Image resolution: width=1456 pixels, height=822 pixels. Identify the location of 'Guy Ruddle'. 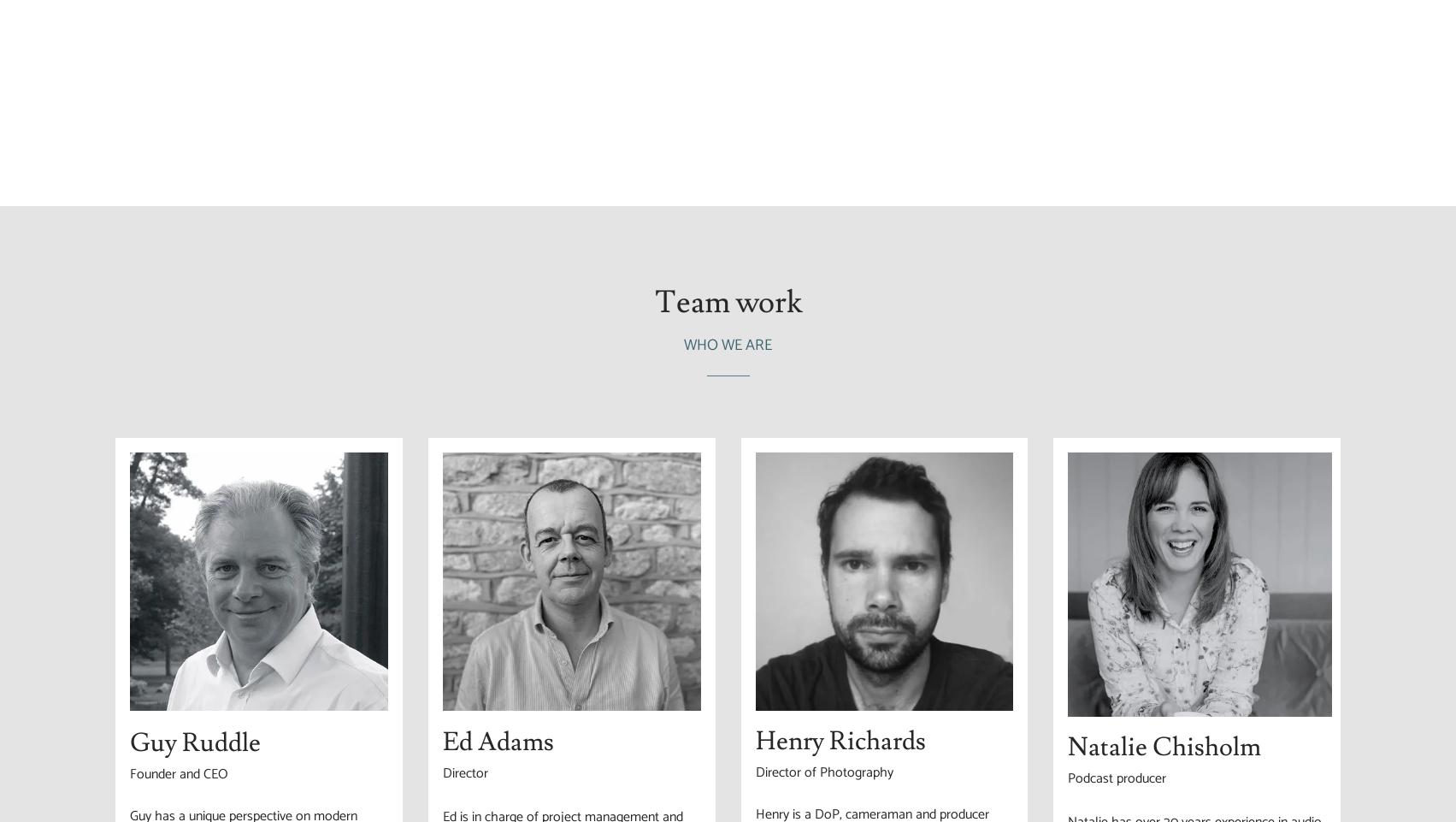
(194, 742).